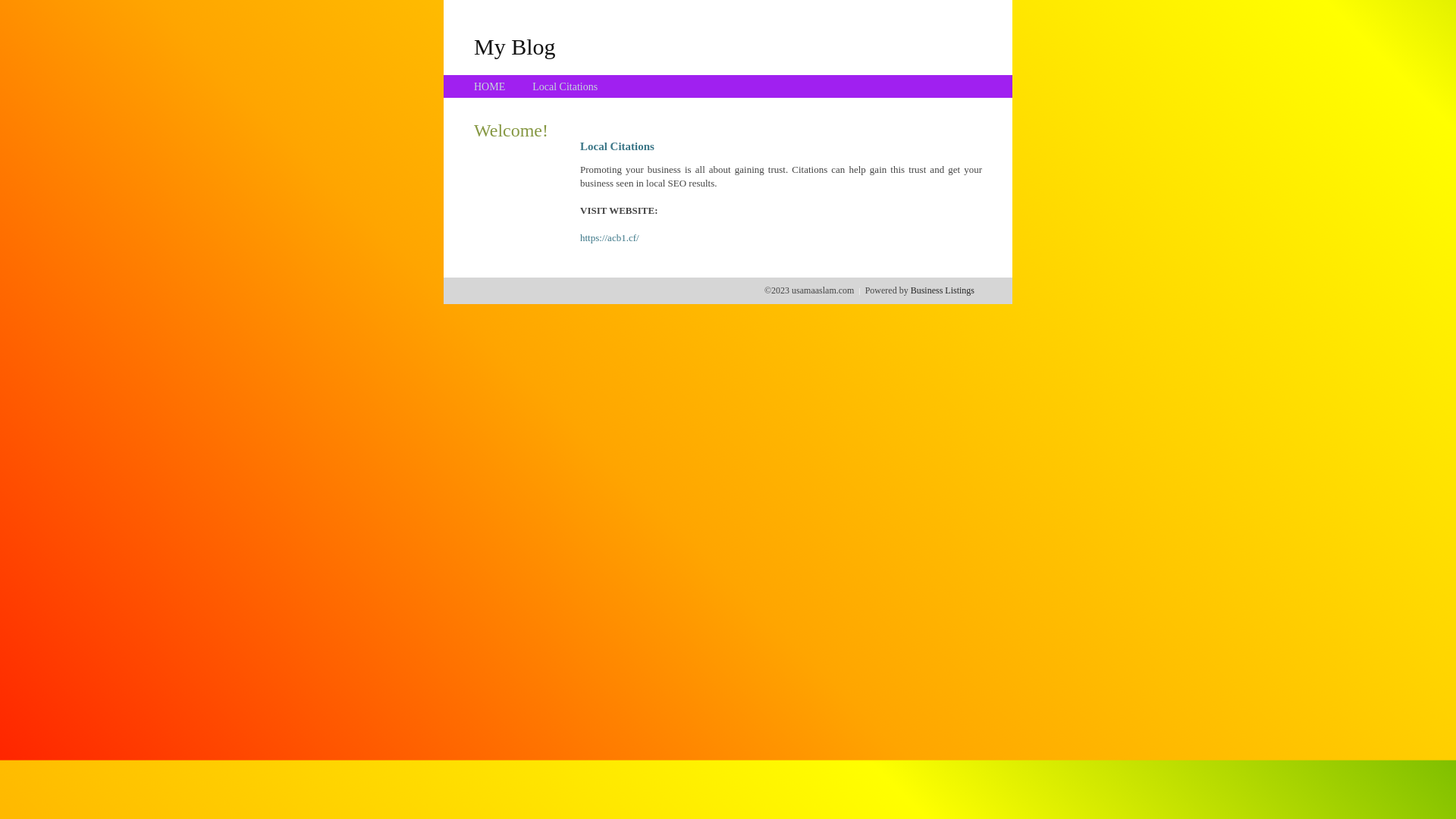 The height and width of the screenshot is (819, 1456). What do you see at coordinates (910, 290) in the screenshot?
I see `'Business Listings'` at bounding box center [910, 290].